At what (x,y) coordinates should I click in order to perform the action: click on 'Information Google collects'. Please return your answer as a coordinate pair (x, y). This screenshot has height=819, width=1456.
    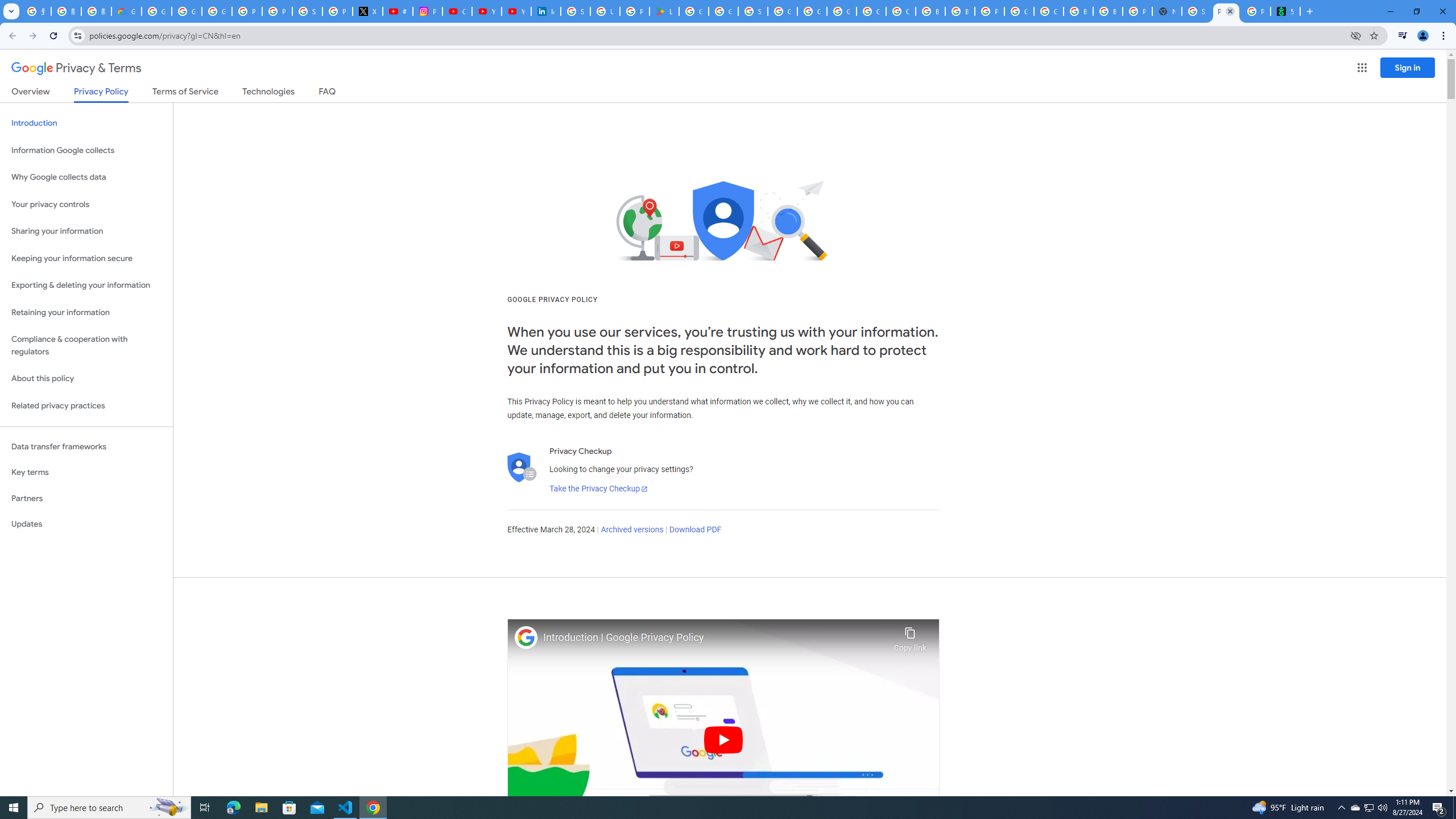
    Looking at the image, I should click on (86, 150).